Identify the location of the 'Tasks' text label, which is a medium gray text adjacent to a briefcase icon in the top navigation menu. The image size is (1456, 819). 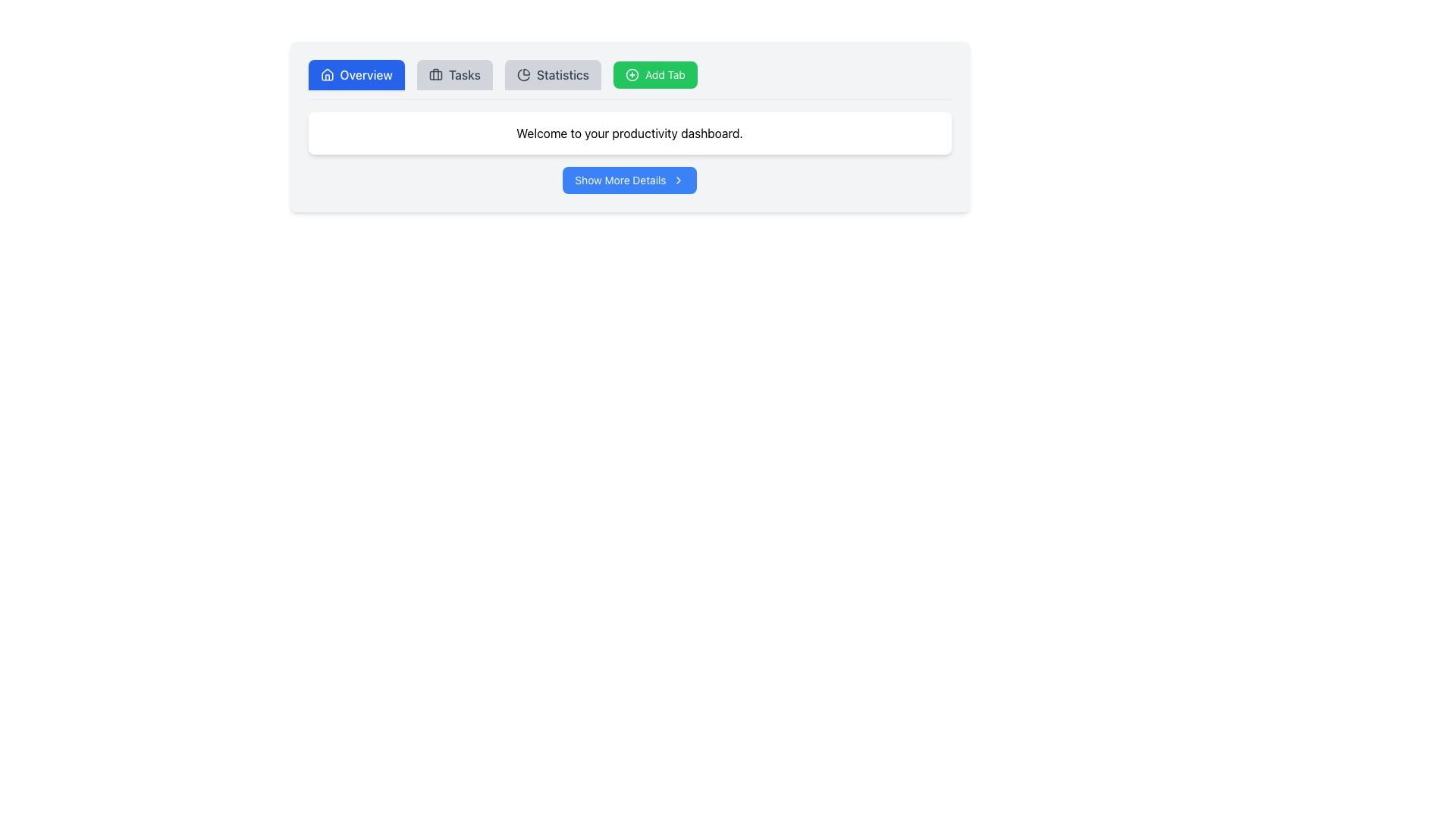
(463, 75).